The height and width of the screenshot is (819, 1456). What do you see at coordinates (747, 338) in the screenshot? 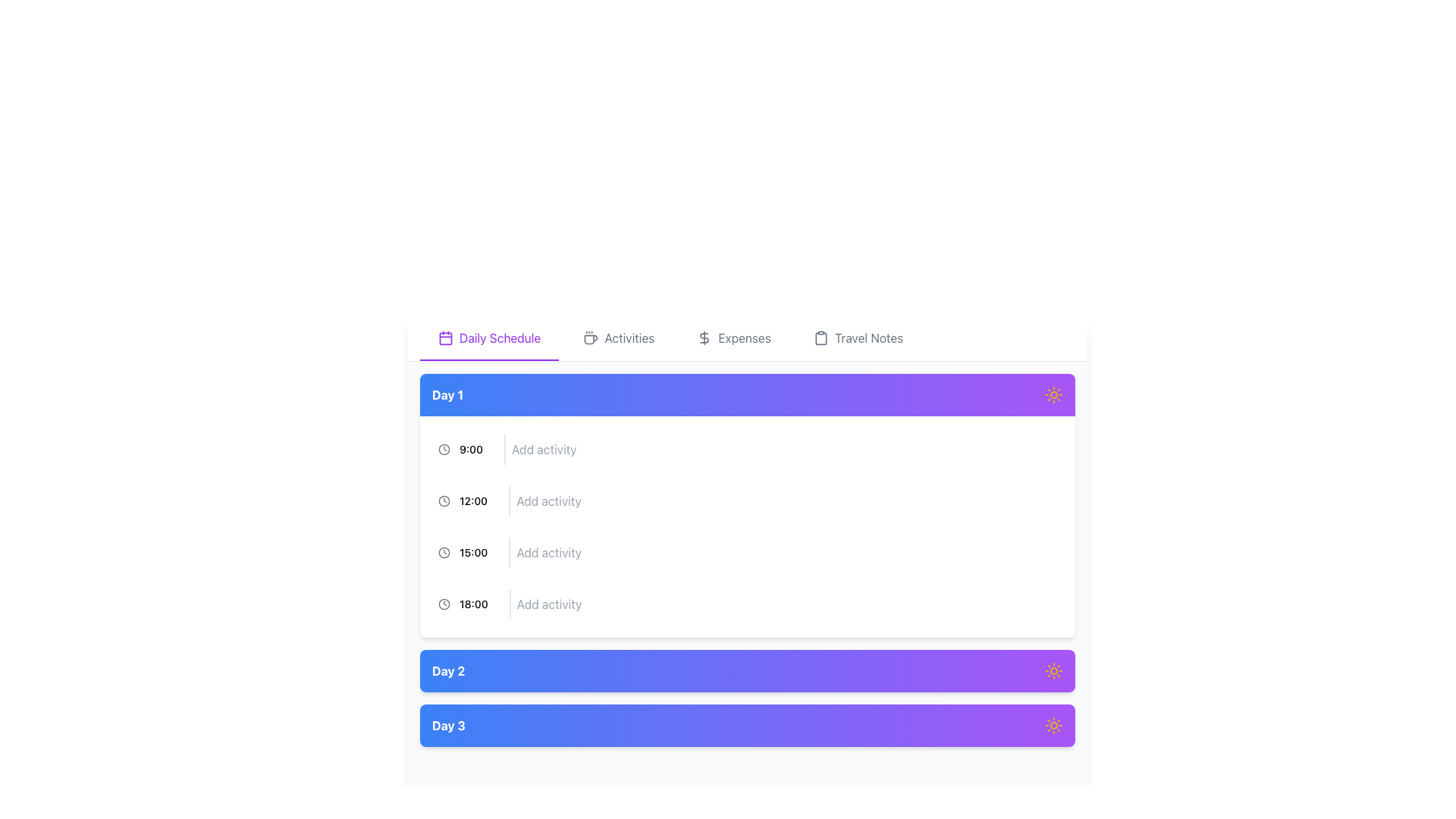
I see `the 'Daily Schedule' tab in the navigation bar` at bounding box center [747, 338].